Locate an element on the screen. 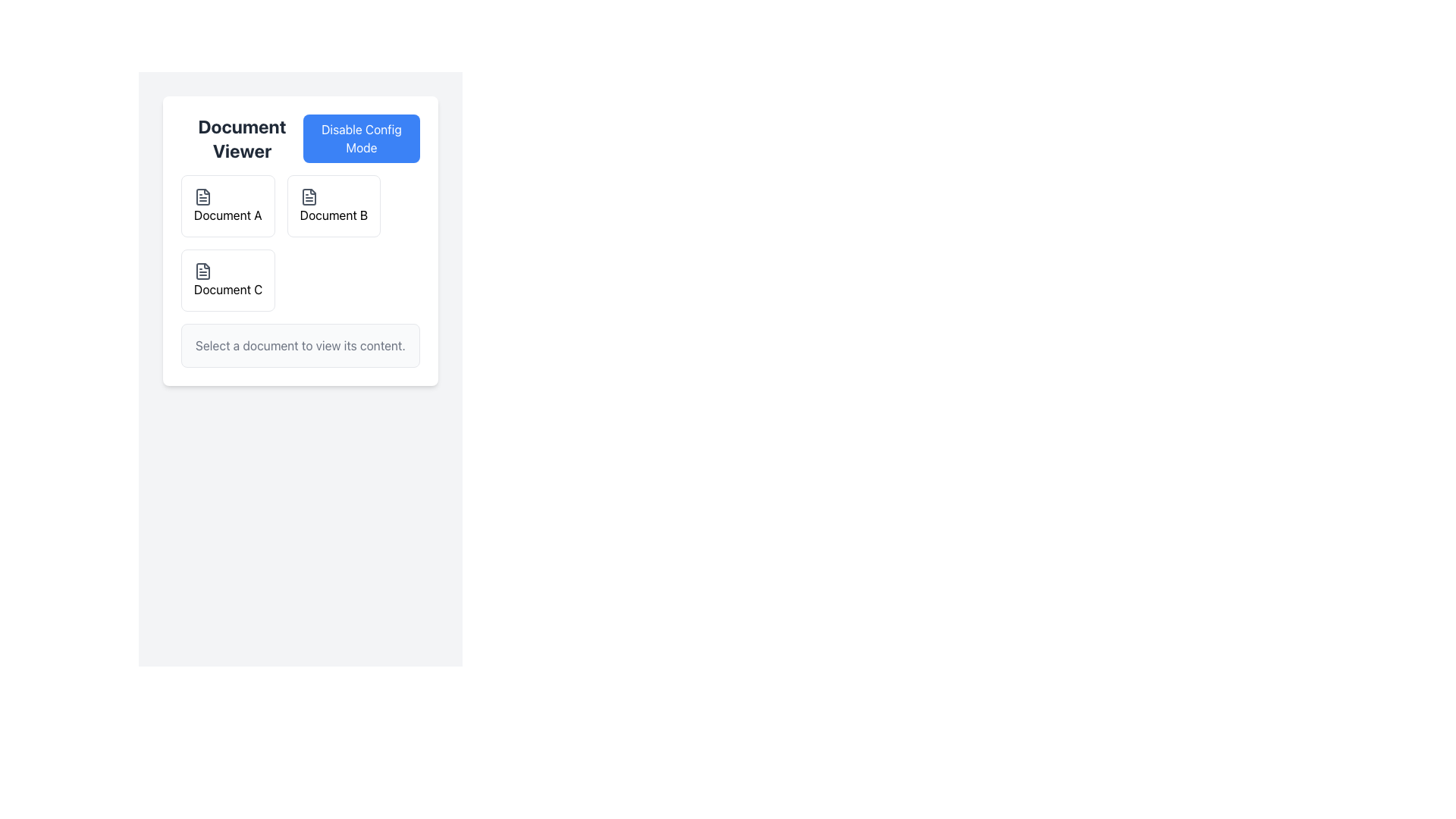  the document selector element containing 'Document B' is located at coordinates (300, 242).